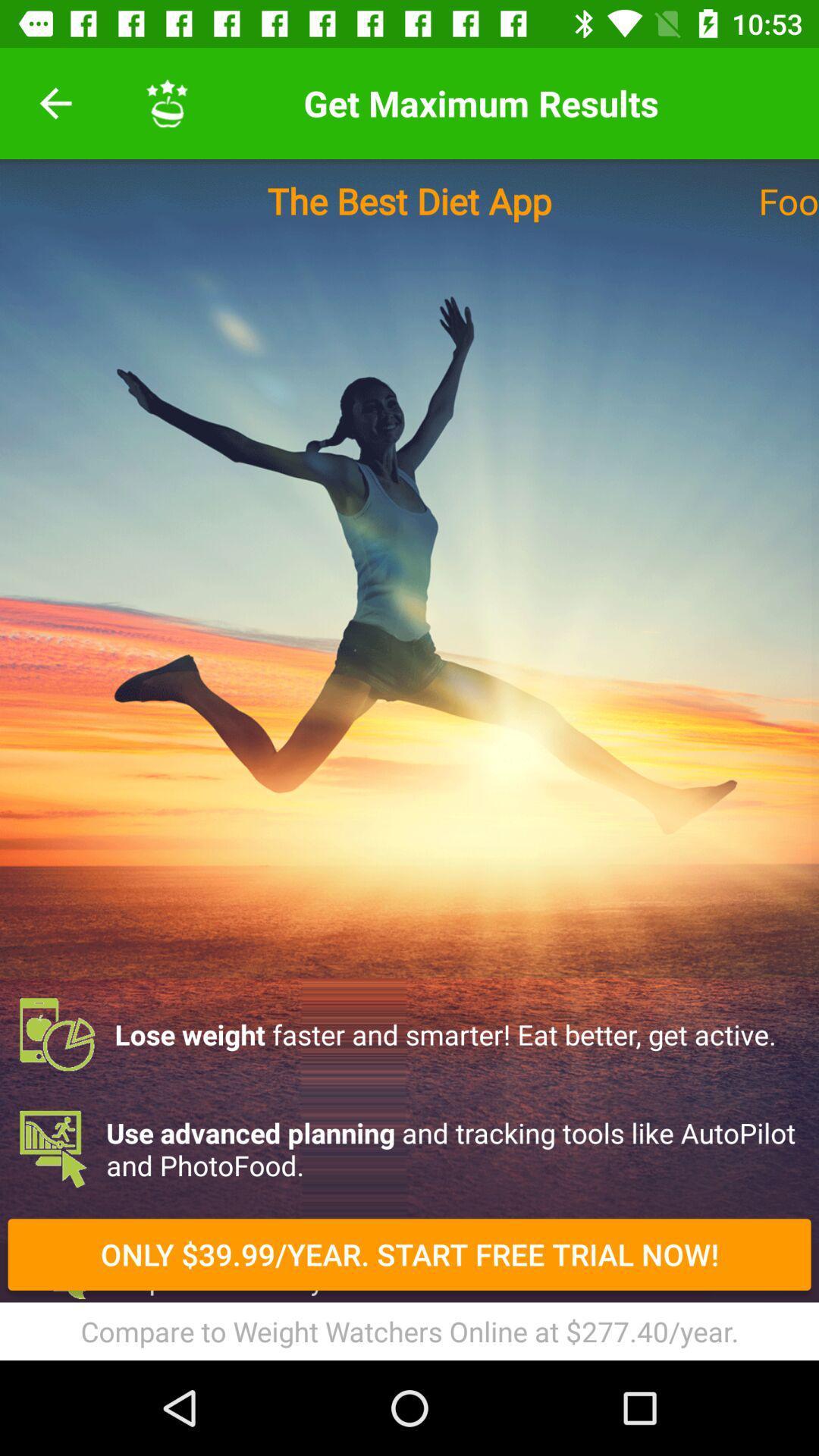  What do you see at coordinates (409, 1263) in the screenshot?
I see `the icon above link your diary item` at bounding box center [409, 1263].